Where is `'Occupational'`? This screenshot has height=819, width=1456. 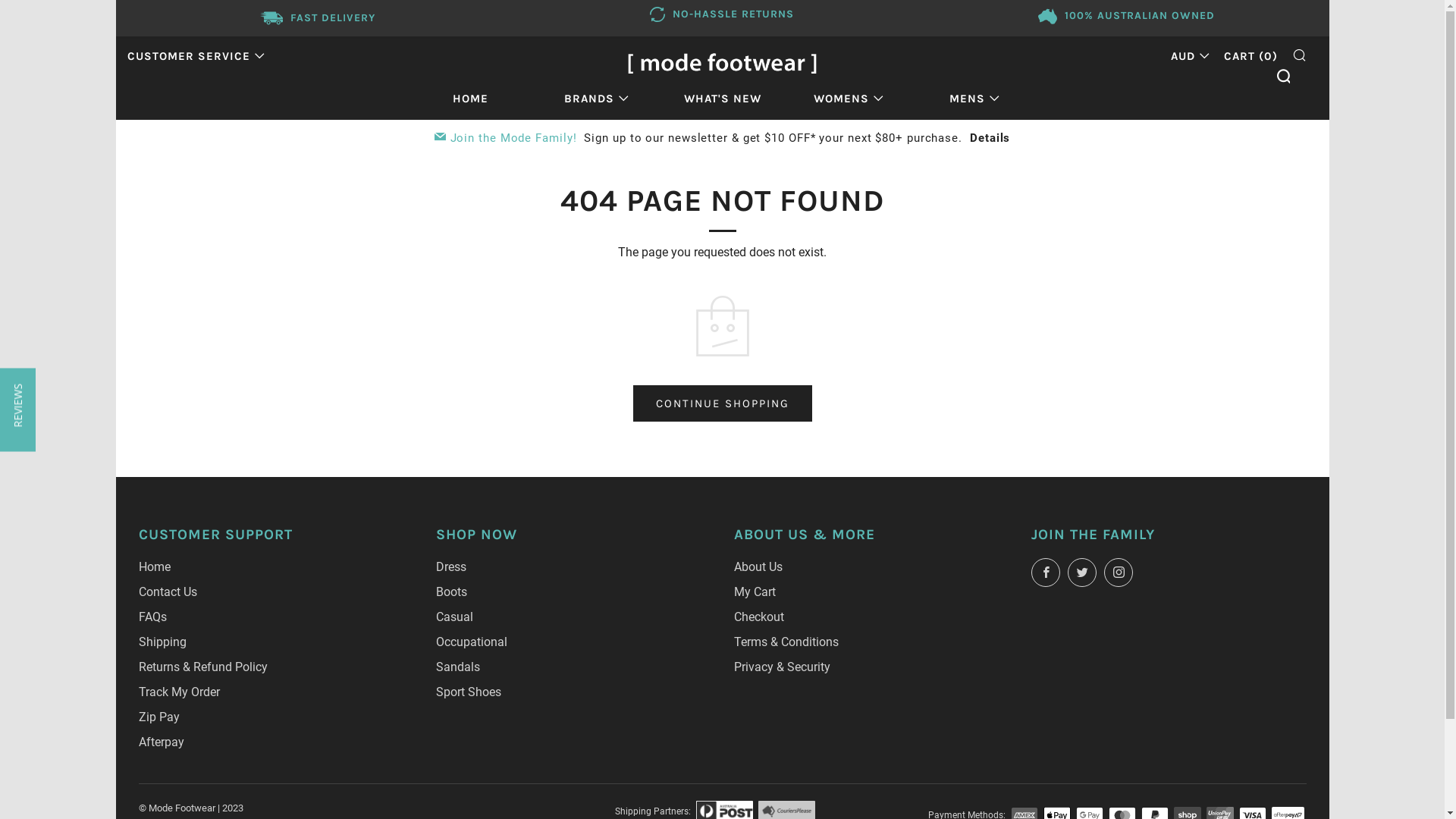 'Occupational' is located at coordinates (471, 642).